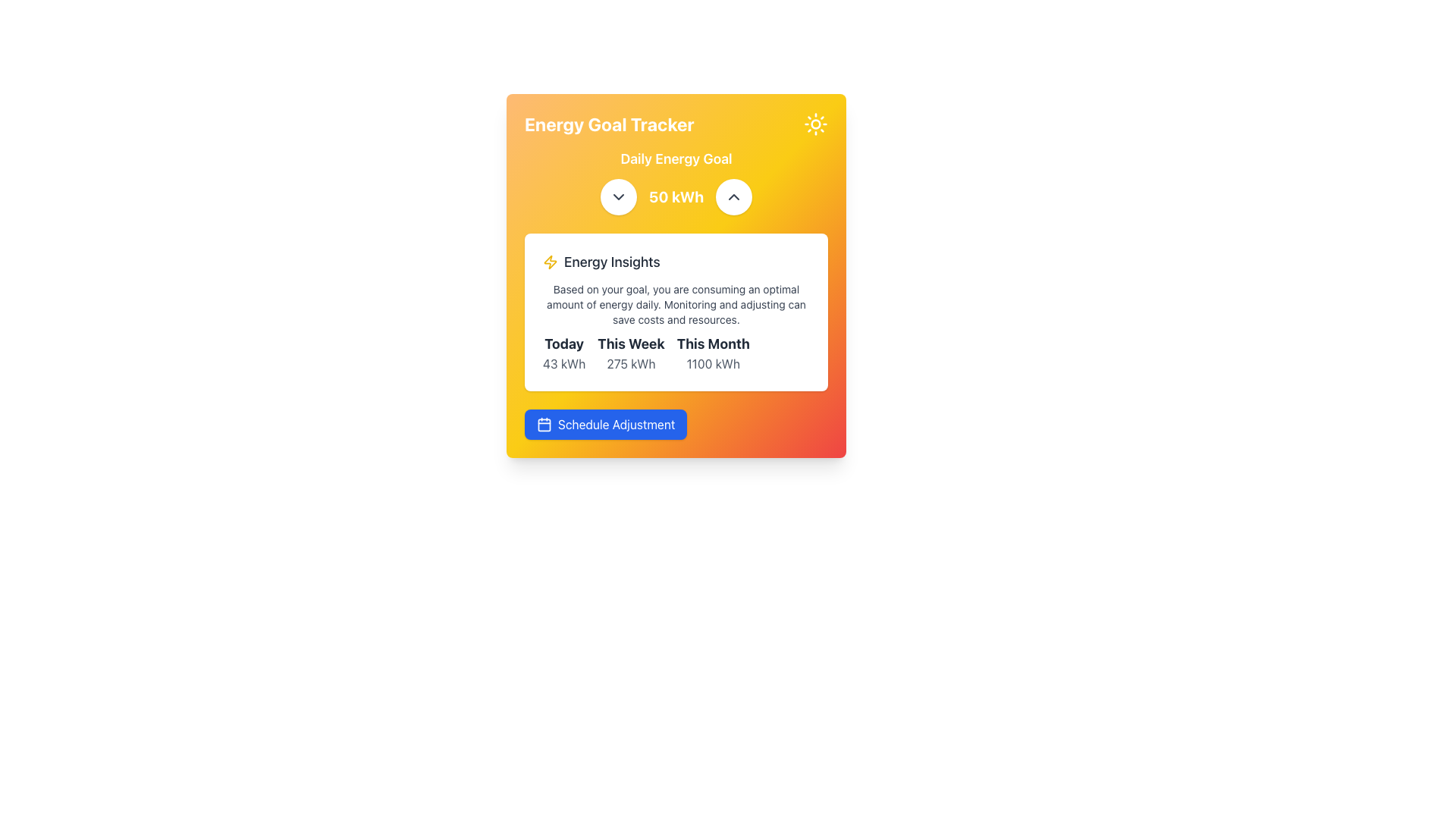 The image size is (1456, 819). I want to click on the circular button with a white background and upward-pointing chevron icon, so click(734, 196).